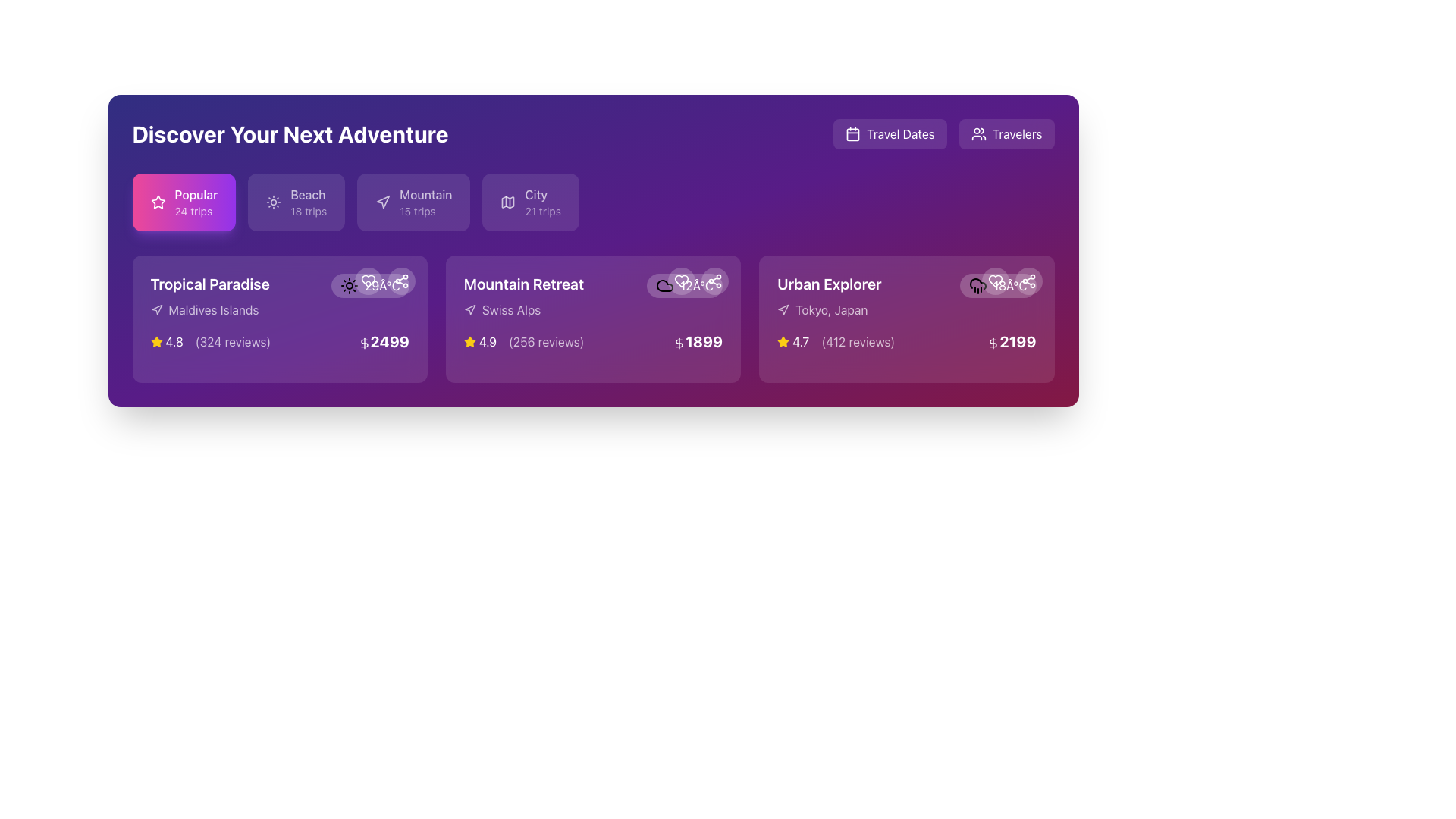 The height and width of the screenshot is (819, 1456). What do you see at coordinates (524, 342) in the screenshot?
I see `the Text with icon component that displays the rating and reviews count for the 'Mountain Retreat' destination located in the middle card section under 'Discover Your Next Adventure'` at bounding box center [524, 342].